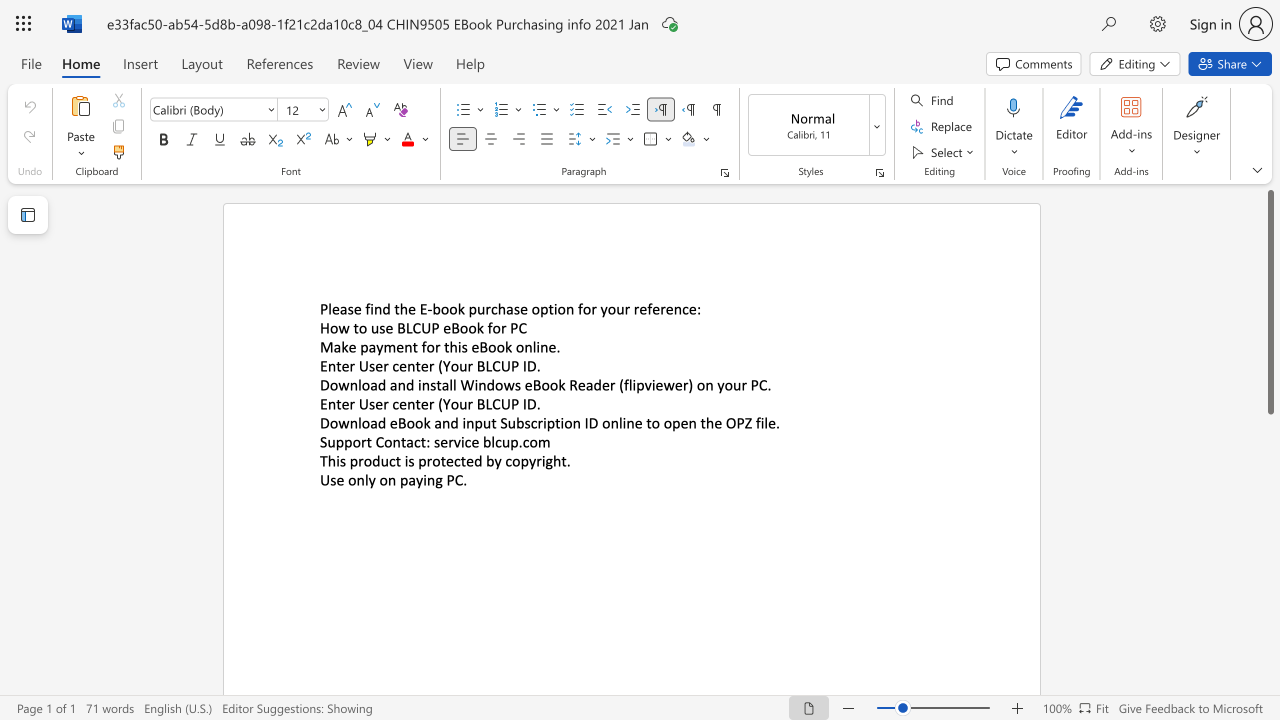 This screenshot has height=720, width=1280. What do you see at coordinates (1269, 570) in the screenshot?
I see `the scrollbar to move the page down` at bounding box center [1269, 570].